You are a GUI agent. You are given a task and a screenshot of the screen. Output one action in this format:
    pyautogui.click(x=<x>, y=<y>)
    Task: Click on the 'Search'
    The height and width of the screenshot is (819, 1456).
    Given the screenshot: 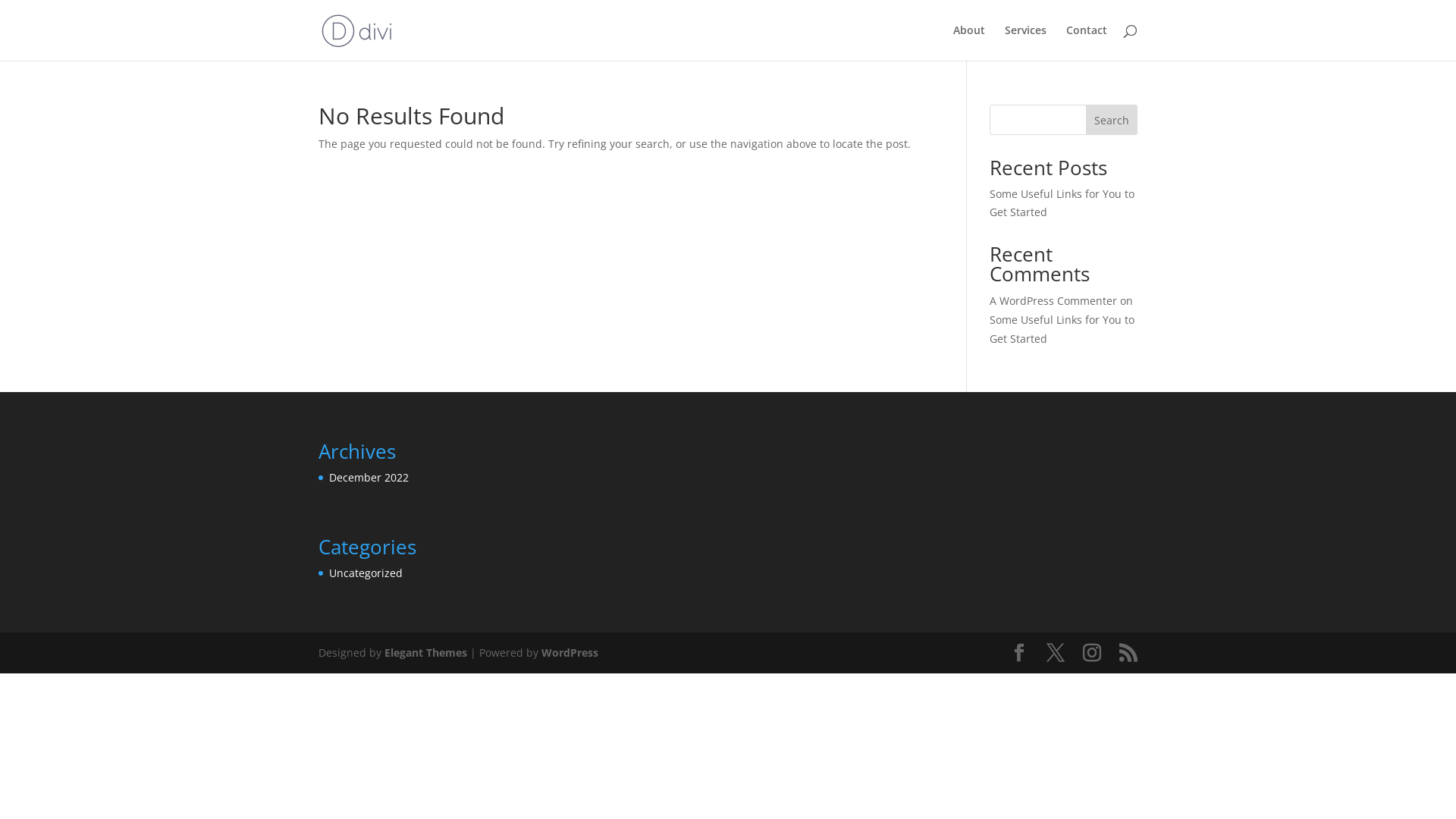 What is the action you would take?
    pyautogui.click(x=1084, y=119)
    